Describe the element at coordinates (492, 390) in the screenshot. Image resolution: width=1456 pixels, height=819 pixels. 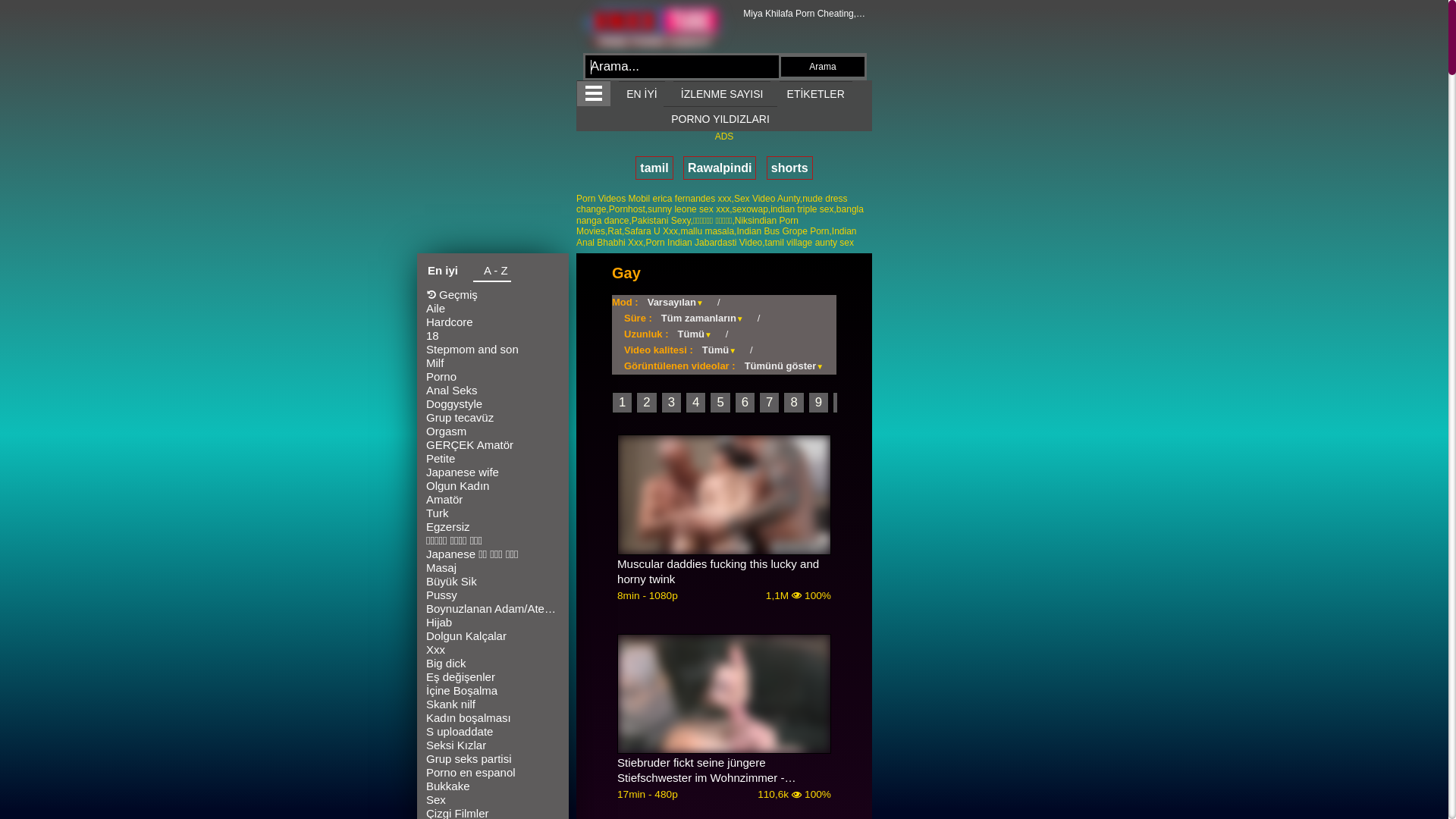
I see `'Anal Seks'` at that location.